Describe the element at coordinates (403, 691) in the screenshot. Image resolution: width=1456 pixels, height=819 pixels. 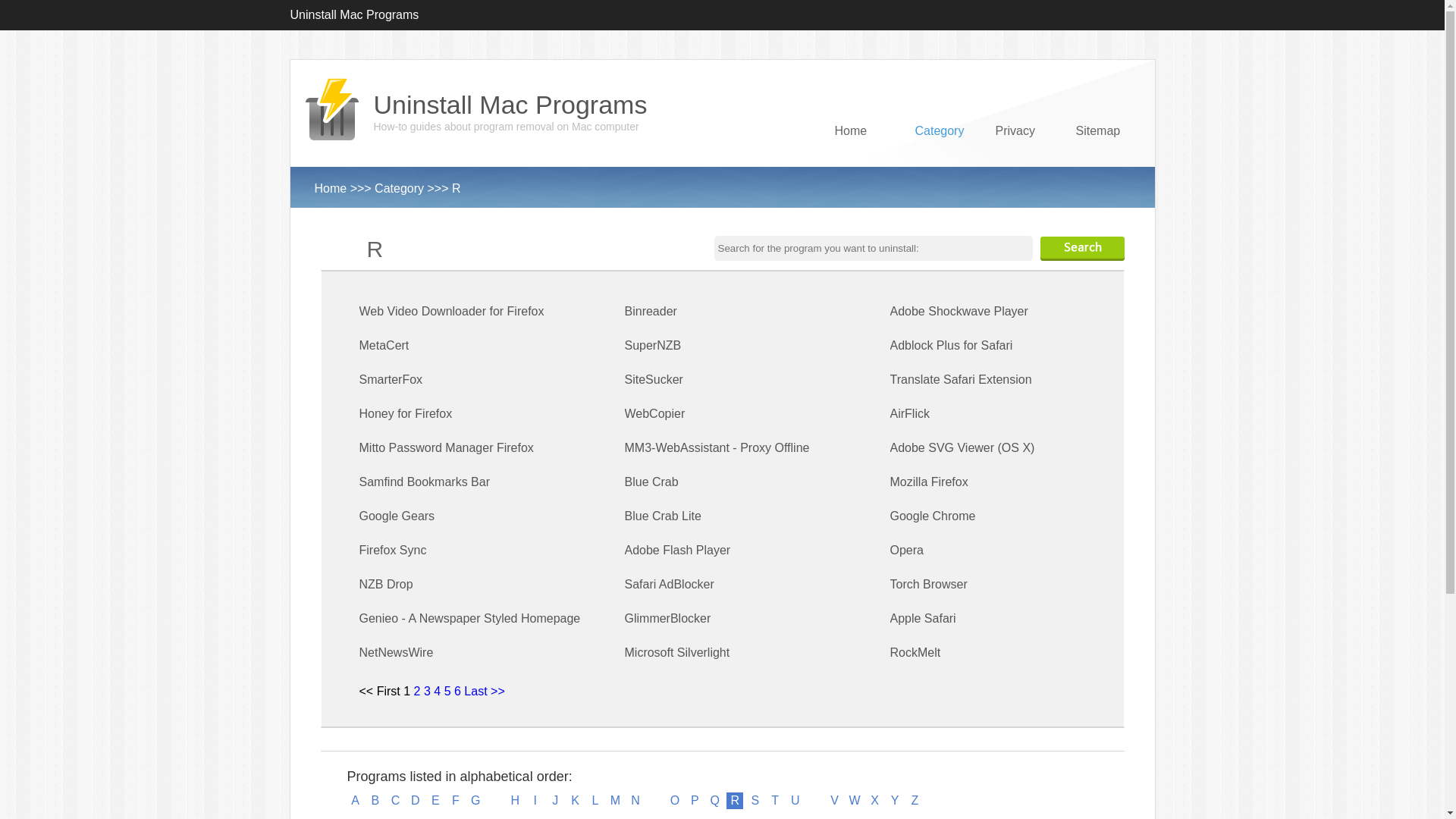
I see `'1'` at that location.